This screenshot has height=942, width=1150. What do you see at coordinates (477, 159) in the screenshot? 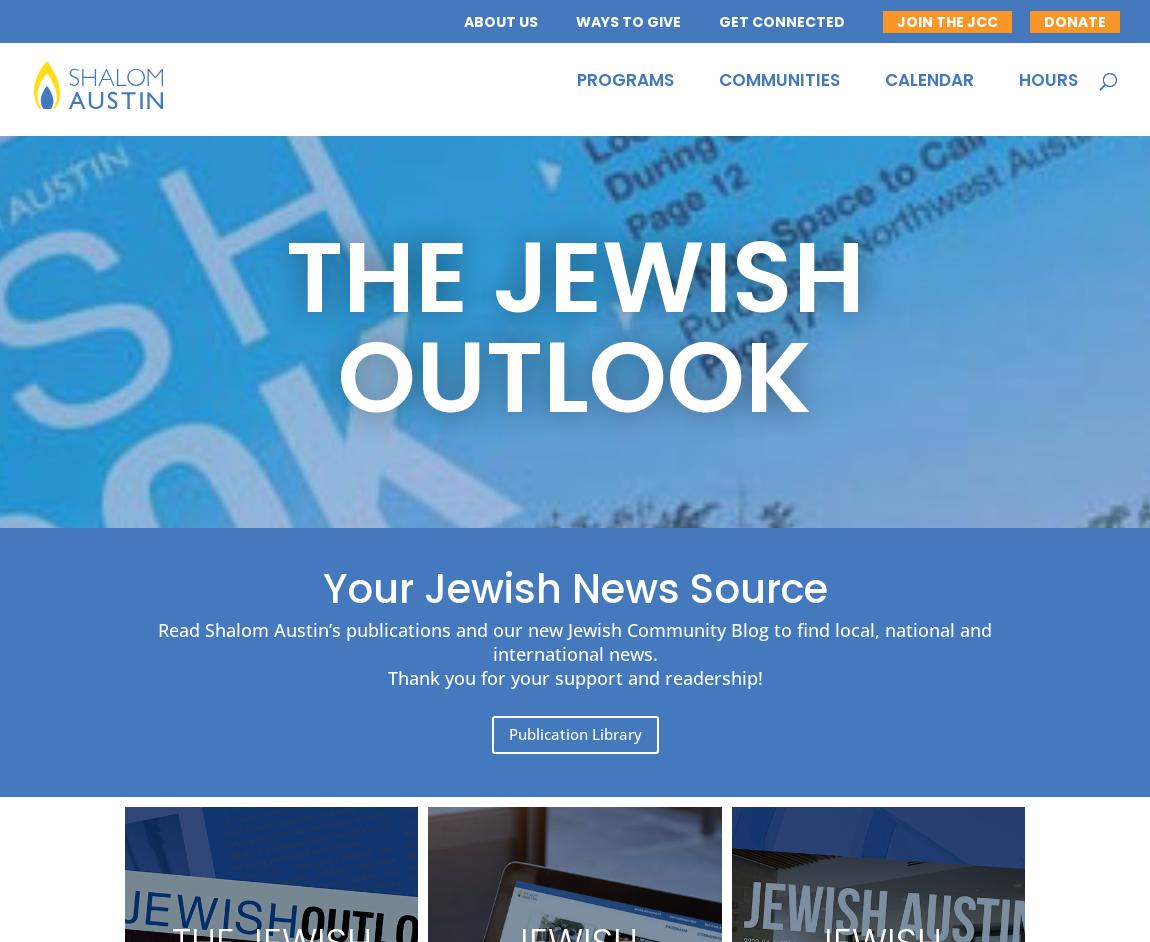
I see `'Amenities'` at bounding box center [477, 159].